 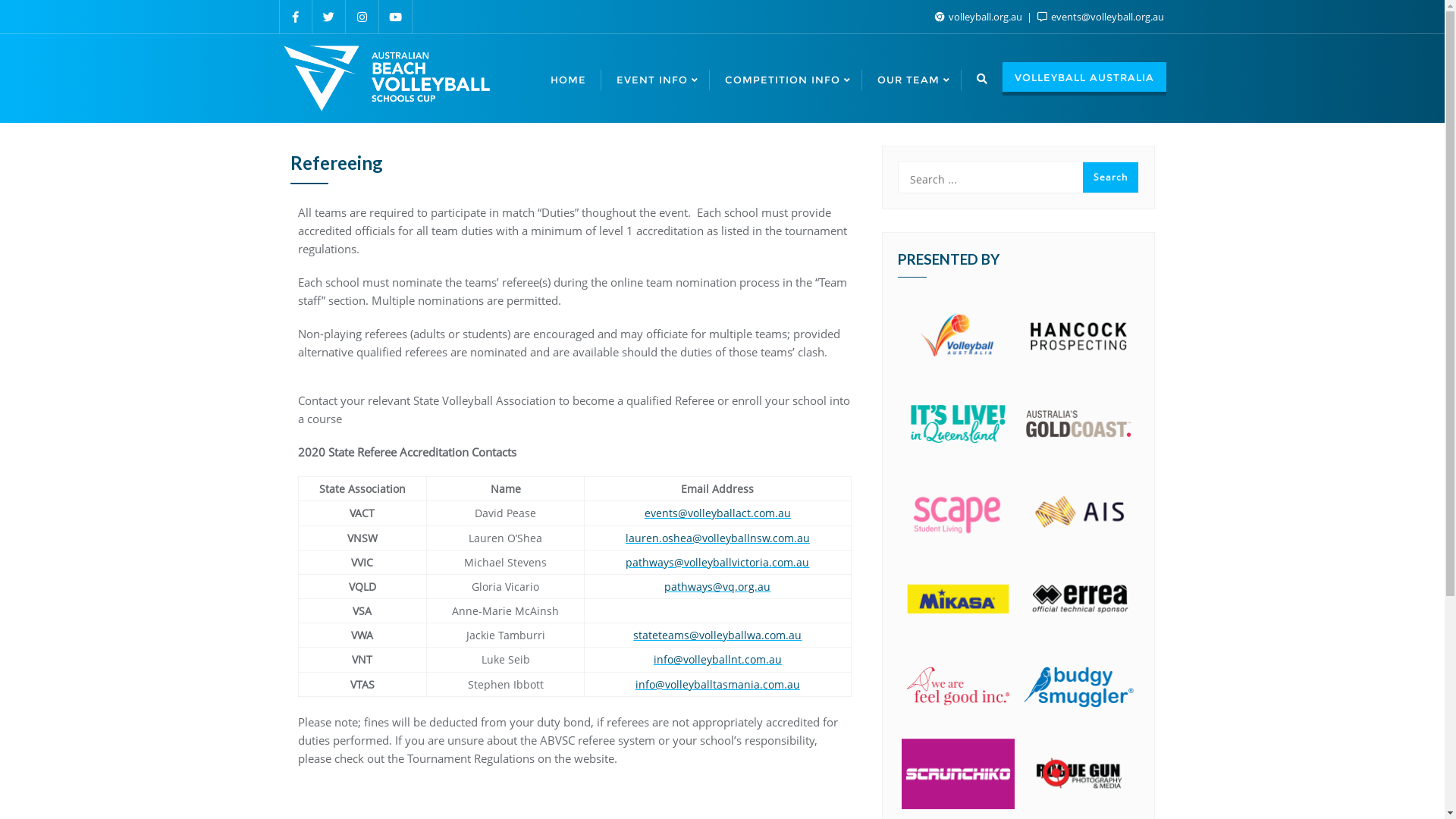 I want to click on 'COMPETITION INFO', so click(x=786, y=78).